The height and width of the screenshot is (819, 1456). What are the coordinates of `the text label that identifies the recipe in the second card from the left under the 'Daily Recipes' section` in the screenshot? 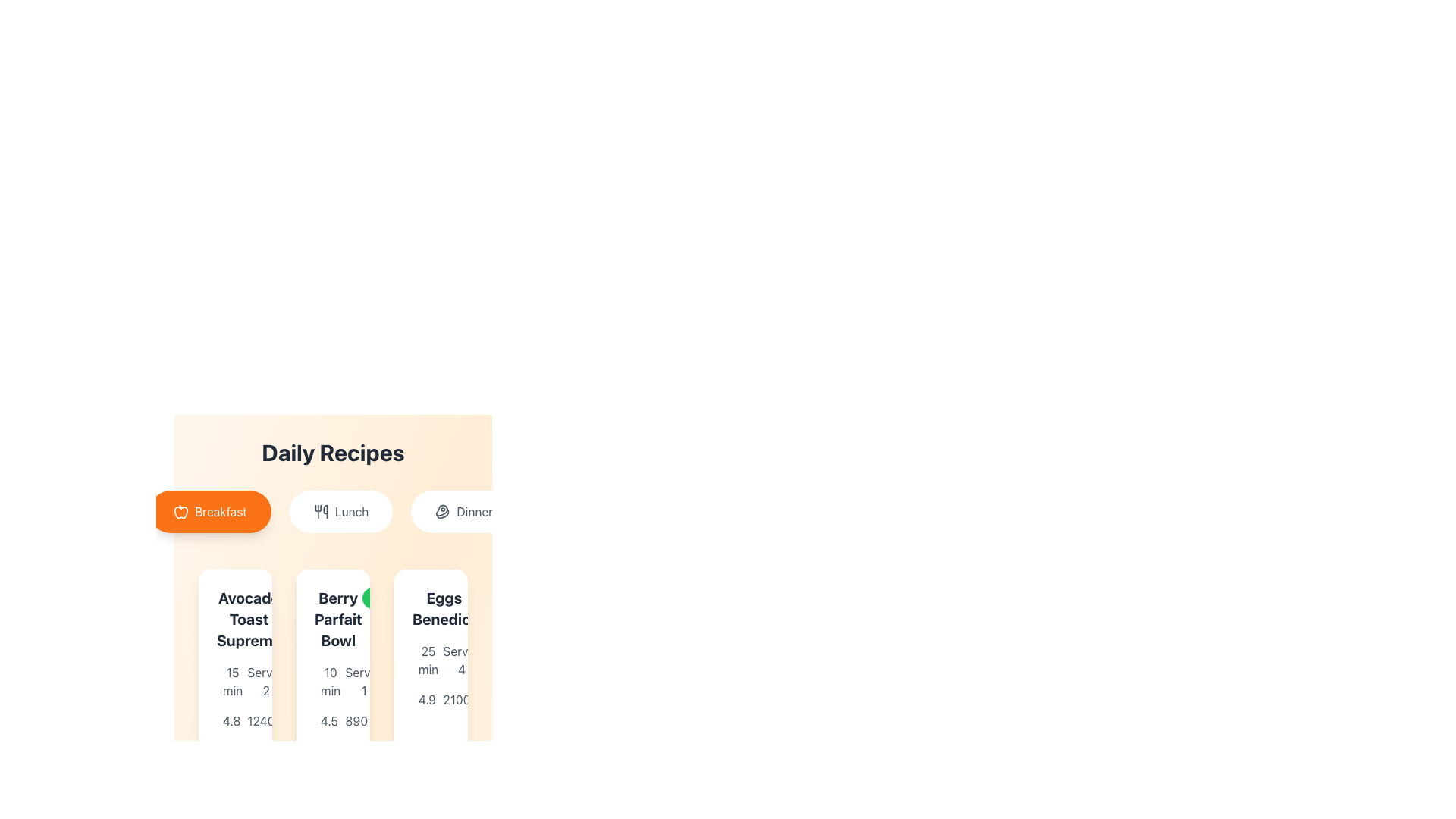 It's located at (332, 620).